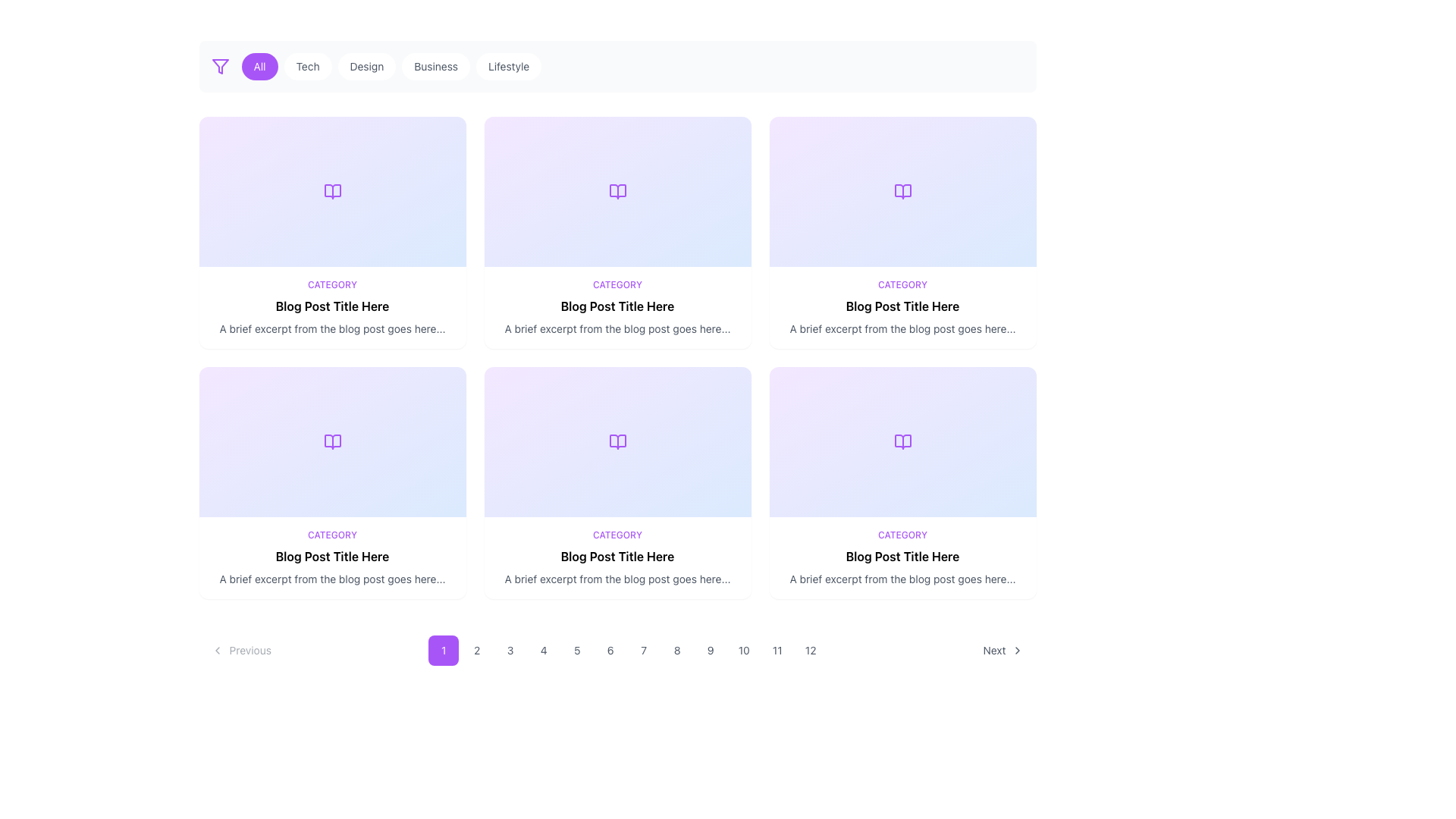  I want to click on the Text block that provides a preview of a blog post, including its category, title, and brief excerpt, so click(331, 558).